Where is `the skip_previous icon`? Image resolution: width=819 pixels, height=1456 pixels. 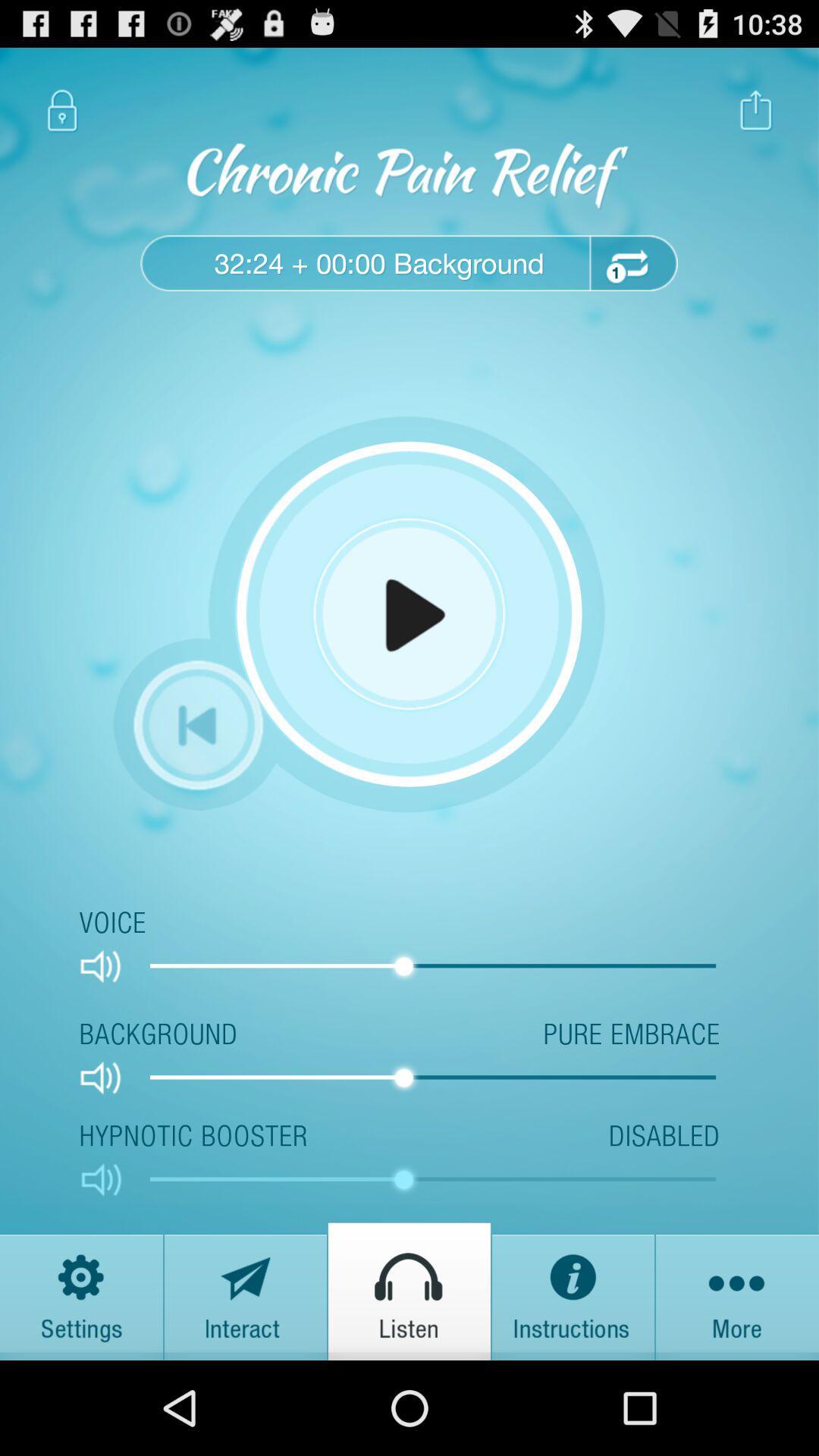 the skip_previous icon is located at coordinates (197, 776).